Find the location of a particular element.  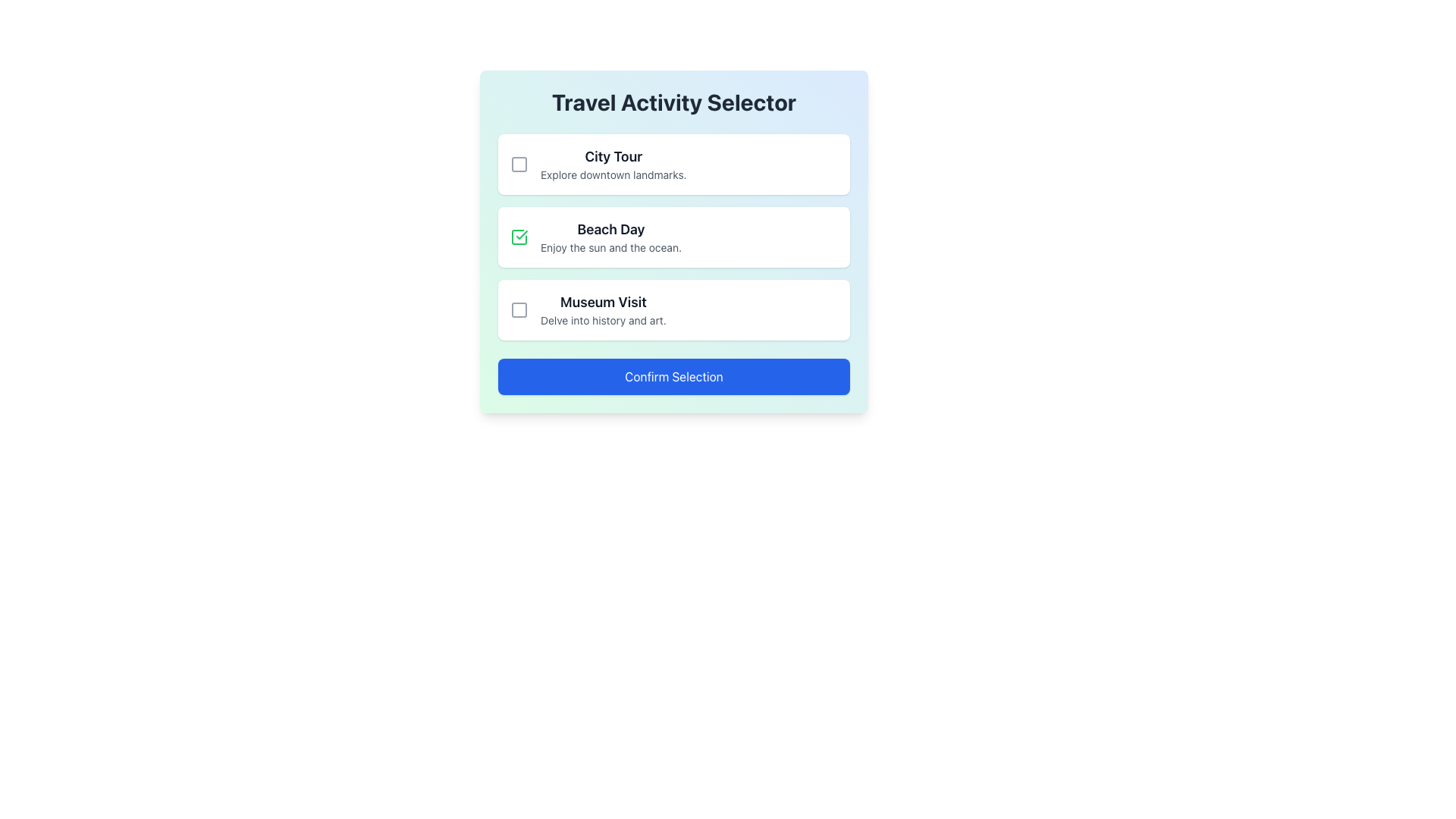

the Checkbox-like UI component rendered as a rounded rectangle within the SVG, which is visually associated with the 'City Tour' list item is located at coordinates (519, 164).